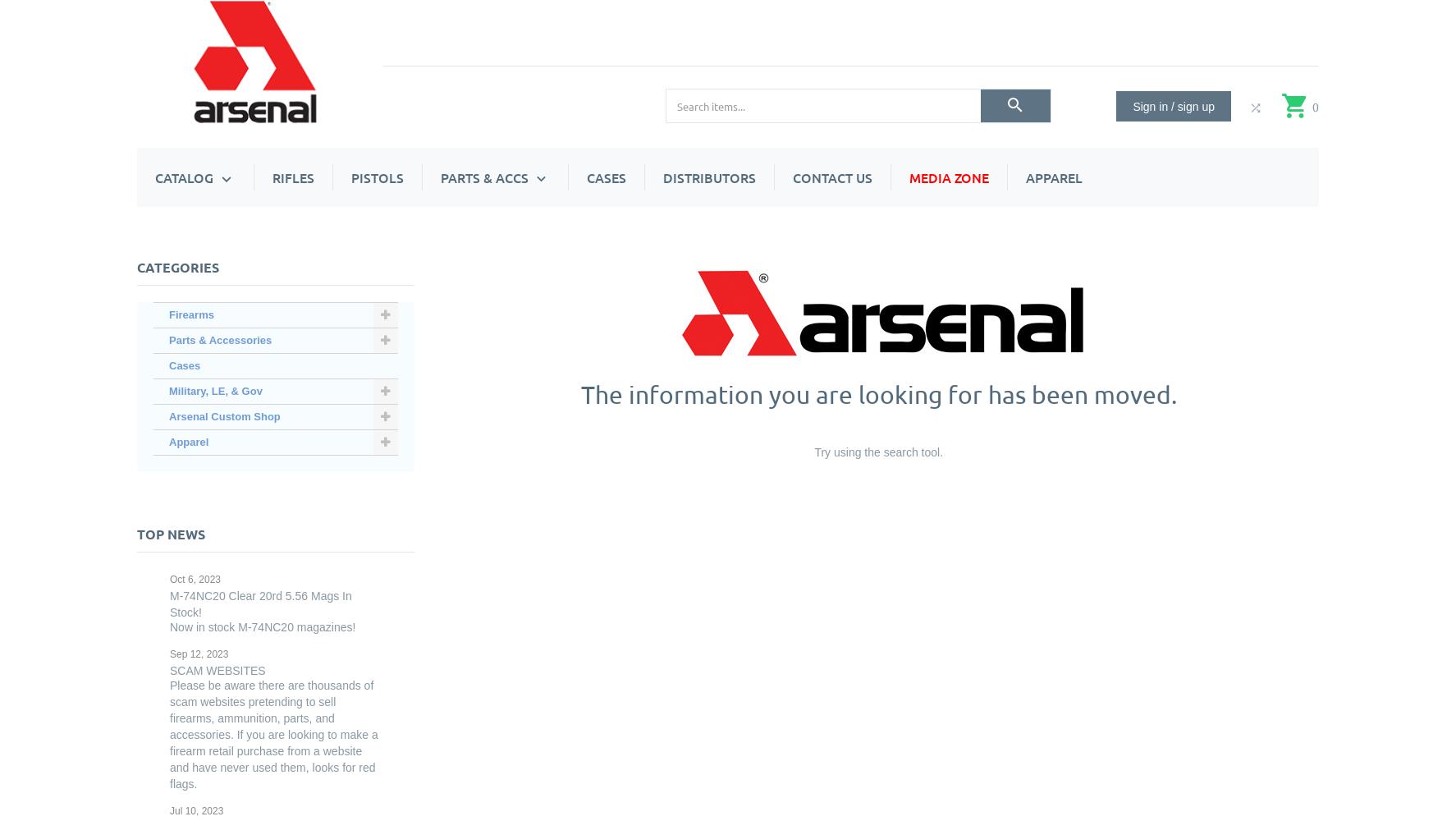 The width and height of the screenshot is (1456, 821). I want to click on 'Blank Firing Device', so click(532, 603).